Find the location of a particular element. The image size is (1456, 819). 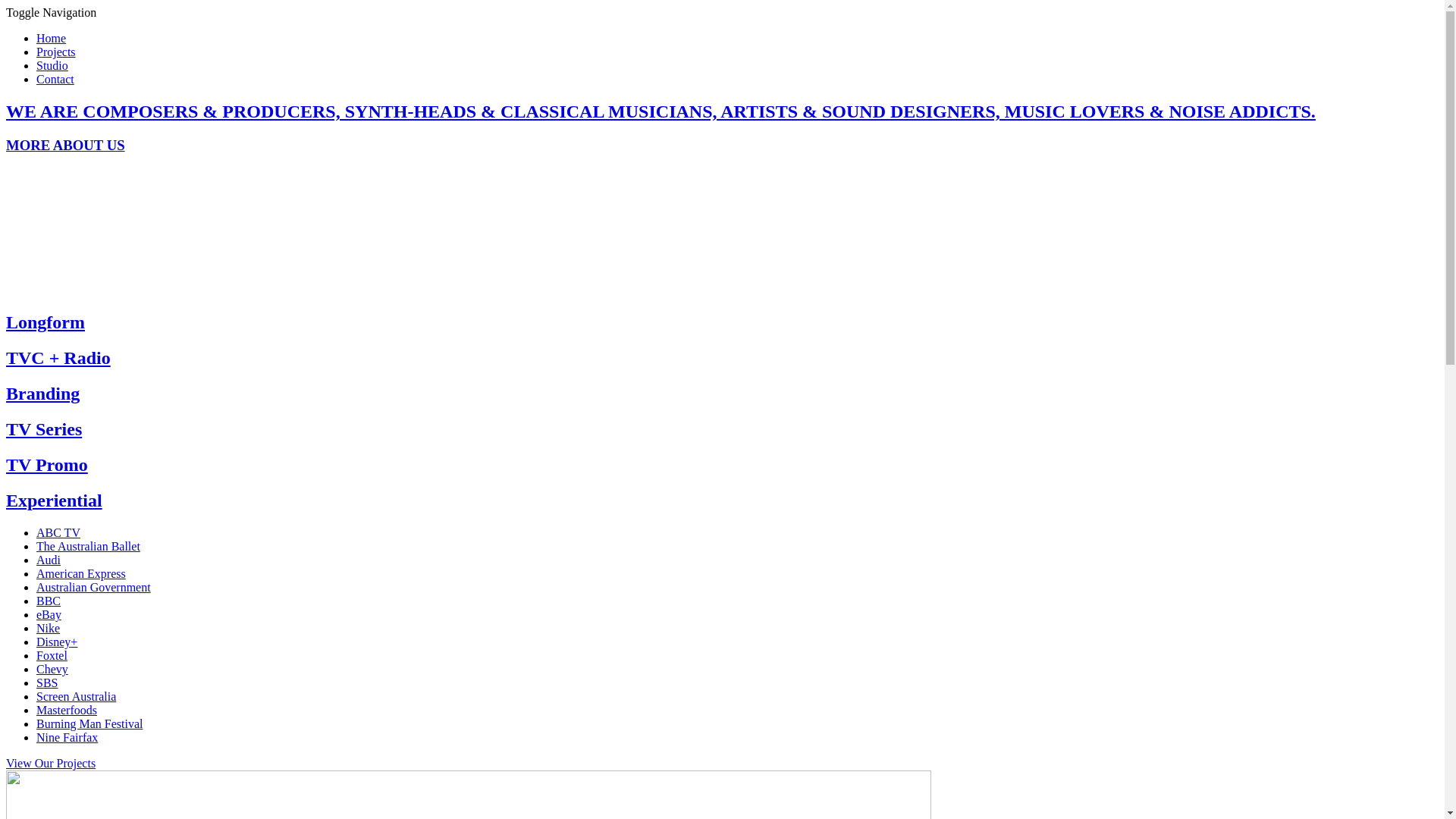

'Disney+' is located at coordinates (57, 642).